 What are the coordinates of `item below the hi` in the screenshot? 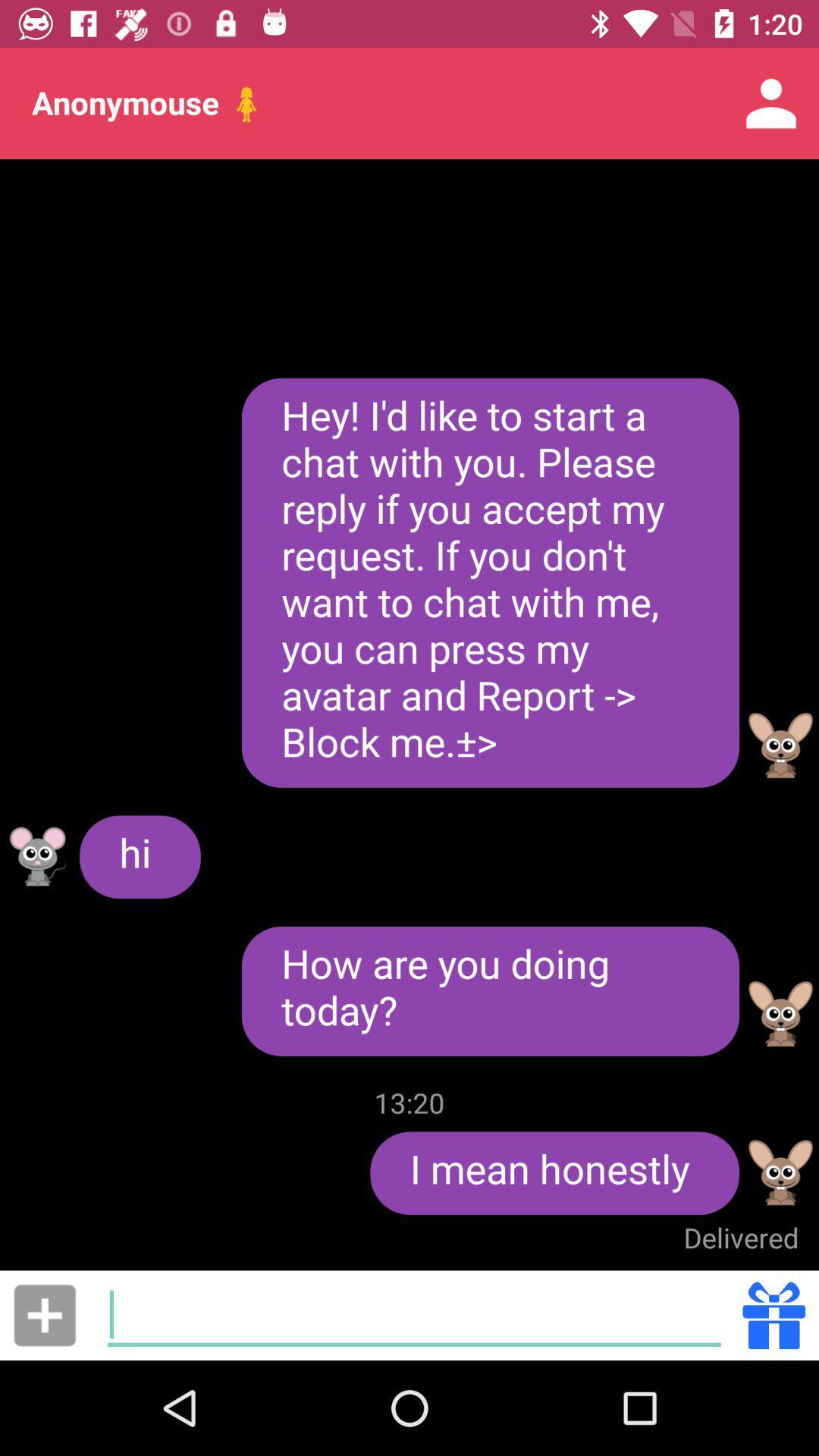 It's located at (44, 1314).